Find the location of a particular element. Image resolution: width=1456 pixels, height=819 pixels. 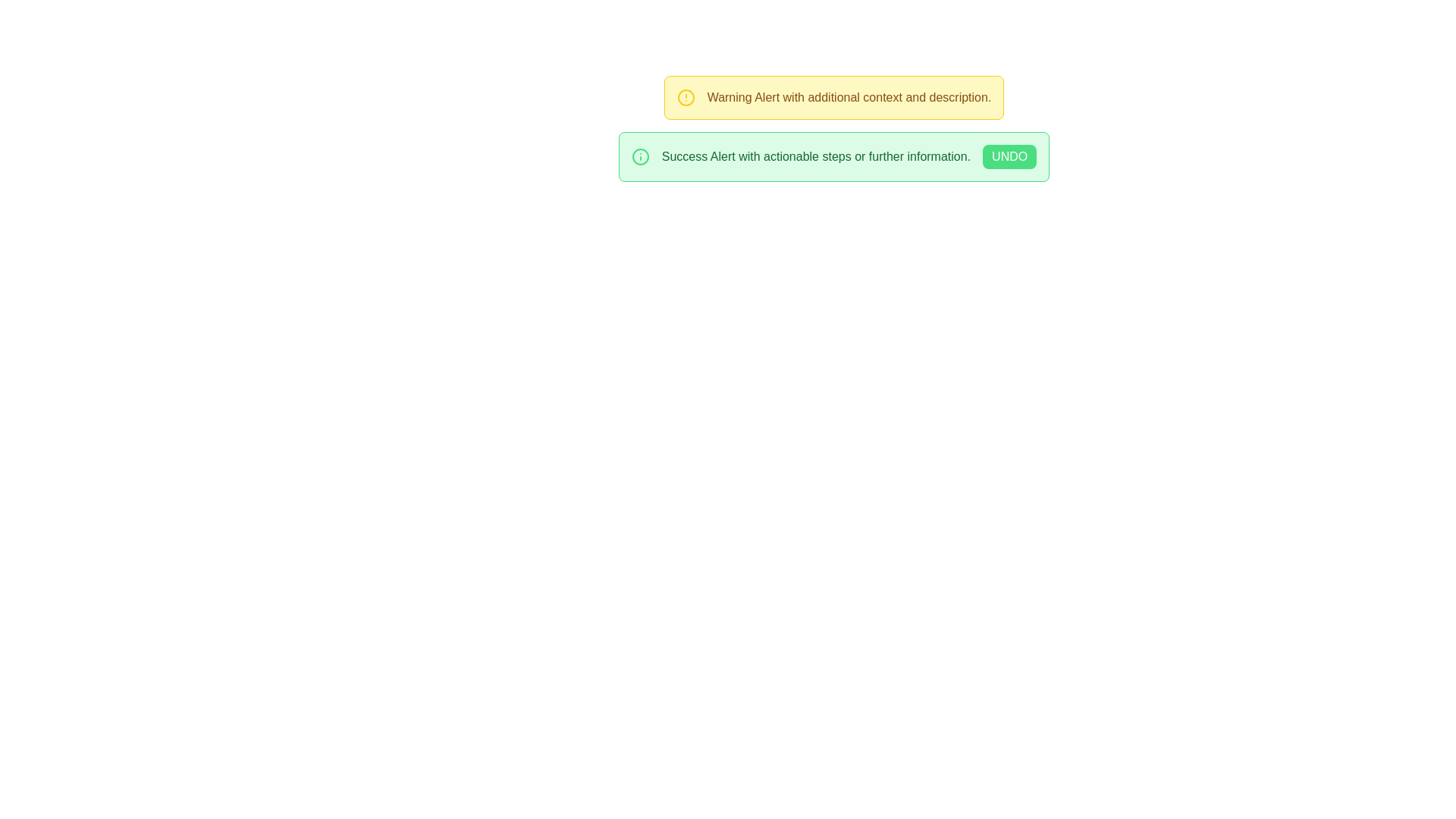

the success alert icon, which visually indicates the type of notification and is located to the left of the notification text 'Success Alert with actionable steps or further information' is located at coordinates (640, 157).